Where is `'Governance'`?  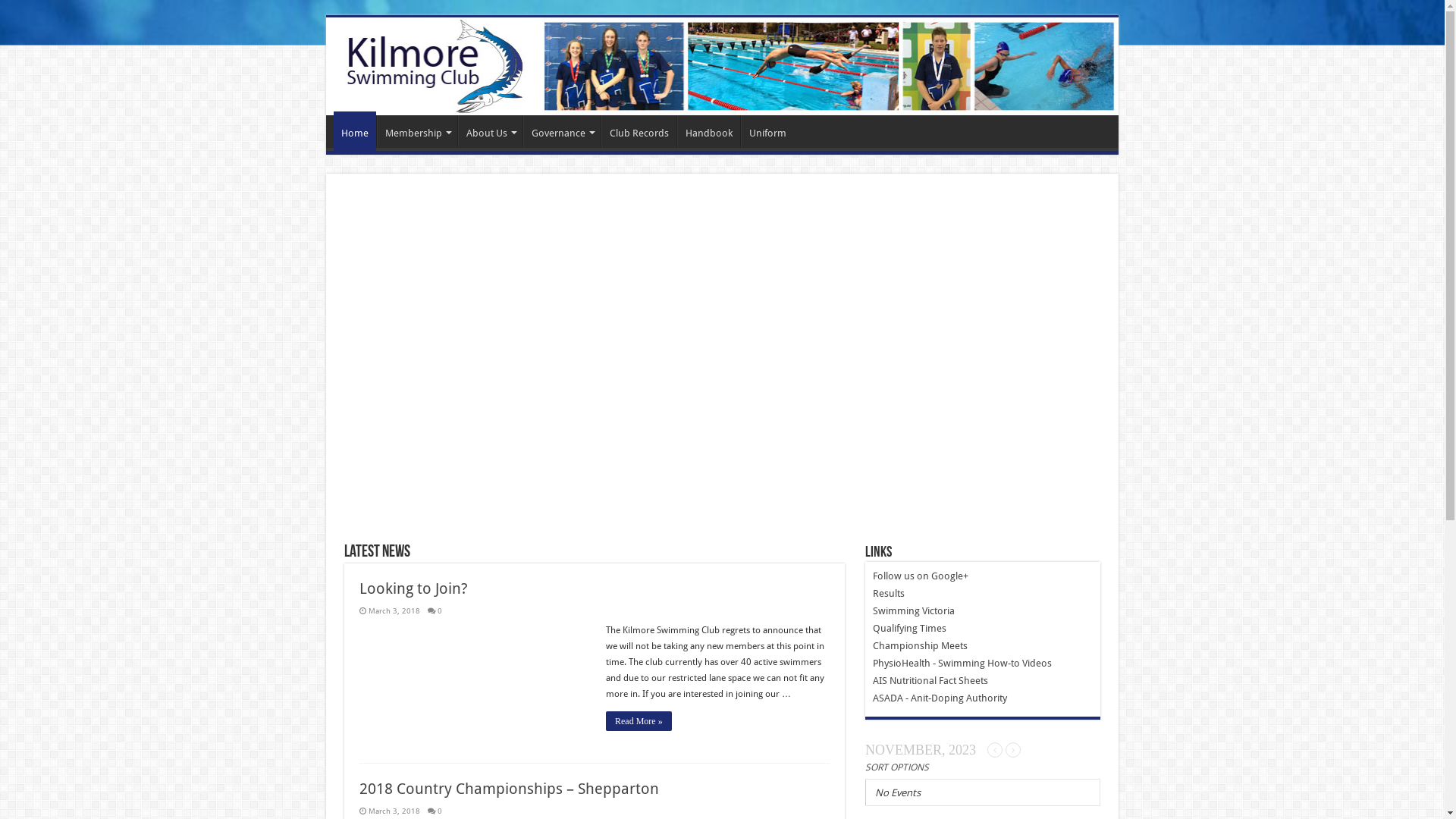
'Governance' is located at coordinates (560, 130).